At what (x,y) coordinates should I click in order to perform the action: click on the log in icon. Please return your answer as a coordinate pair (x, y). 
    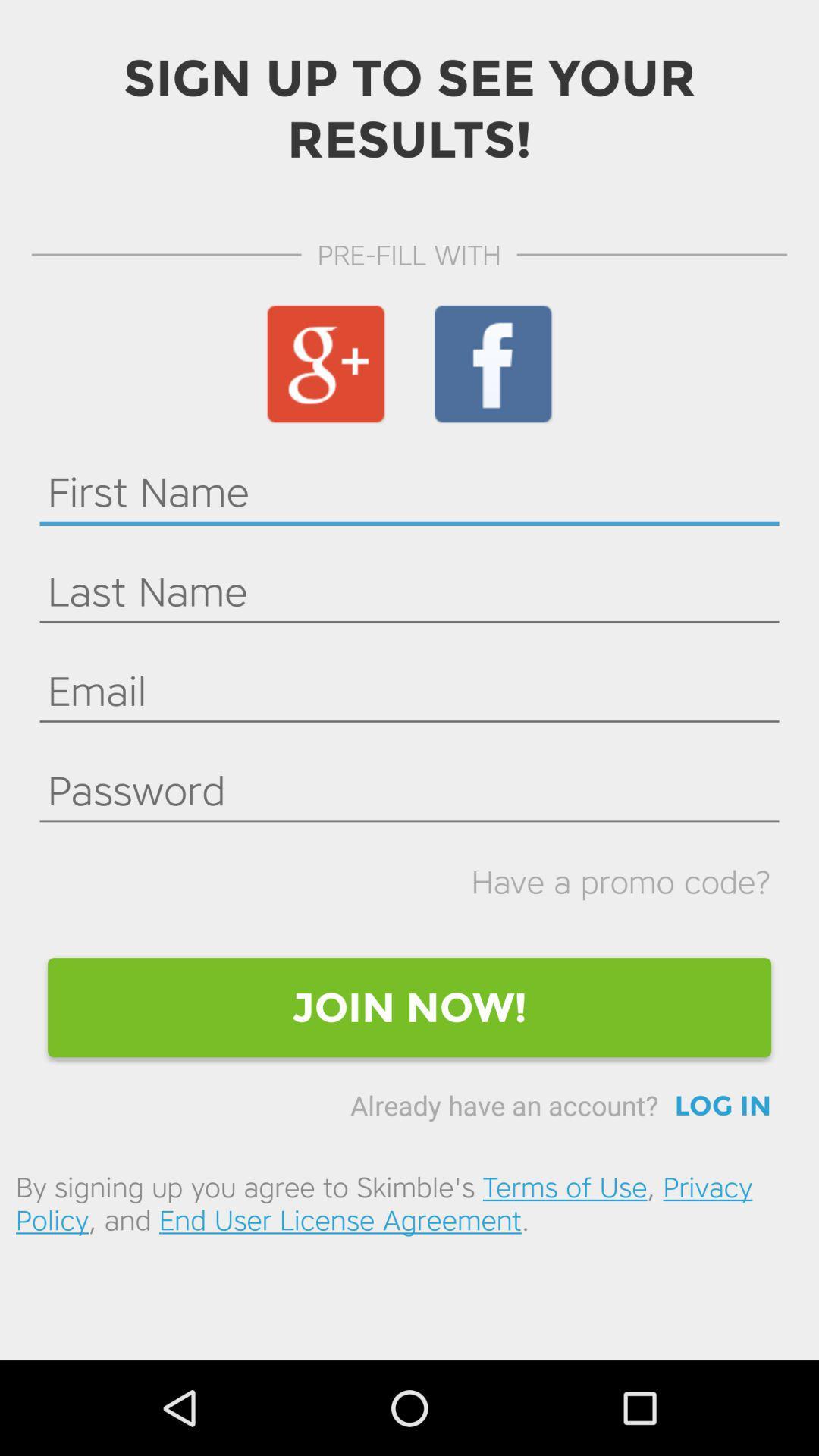
    Looking at the image, I should click on (722, 1106).